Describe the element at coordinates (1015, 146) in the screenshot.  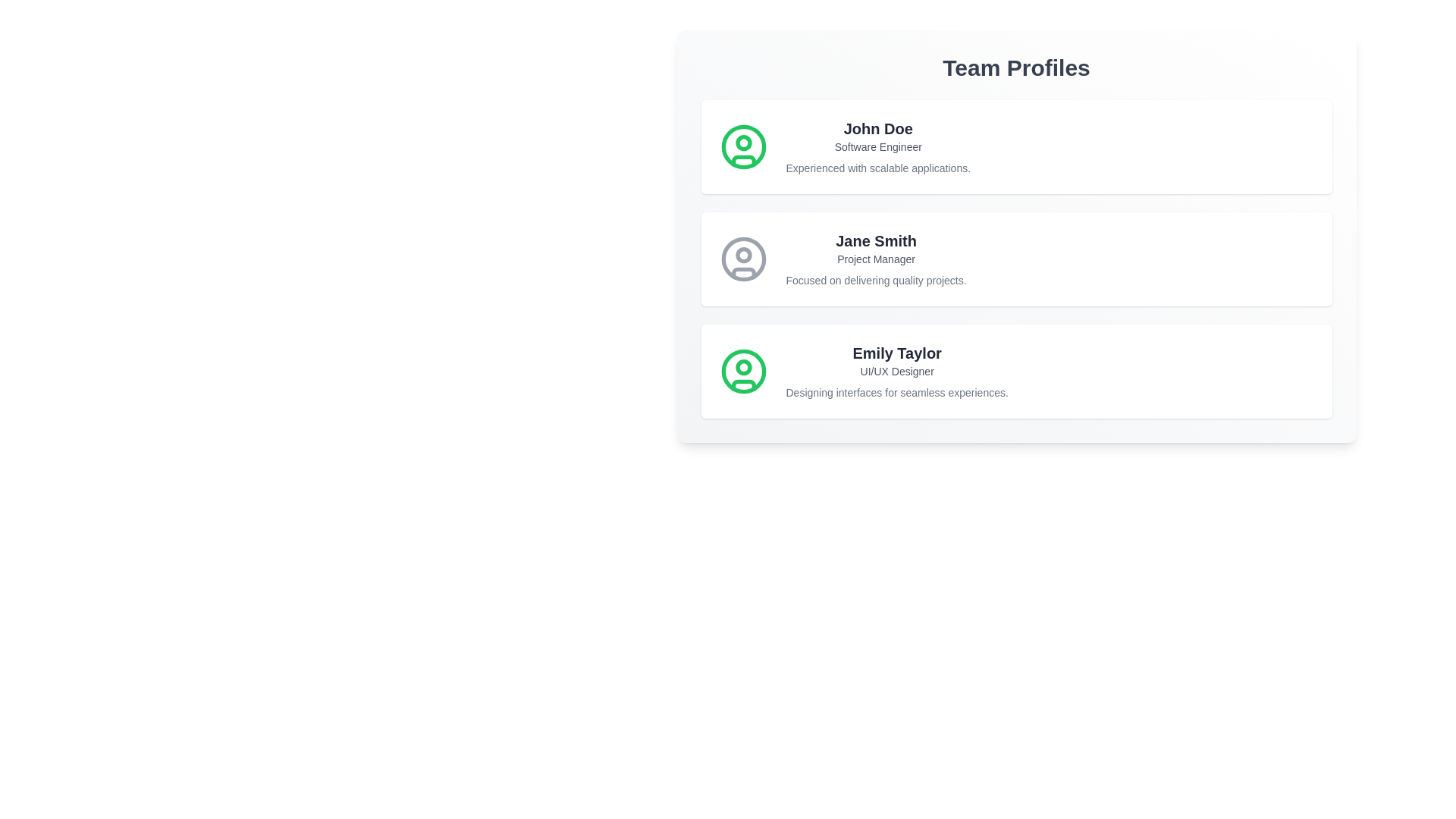
I see `the profile section for John Doe to open the context menu` at that location.